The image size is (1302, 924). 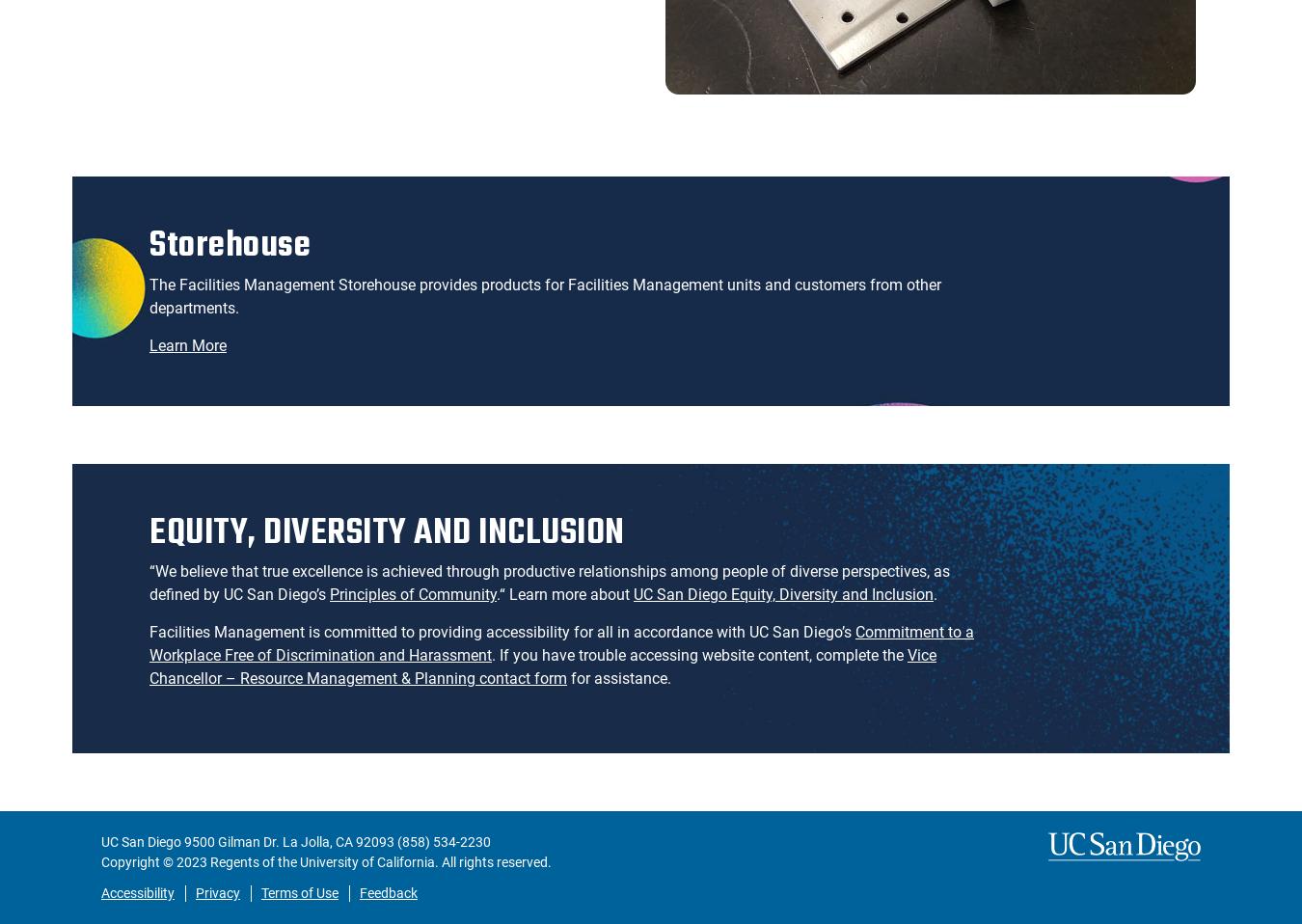 I want to click on 'Regents of the University of California.
        All rights reserved.', so click(x=379, y=862).